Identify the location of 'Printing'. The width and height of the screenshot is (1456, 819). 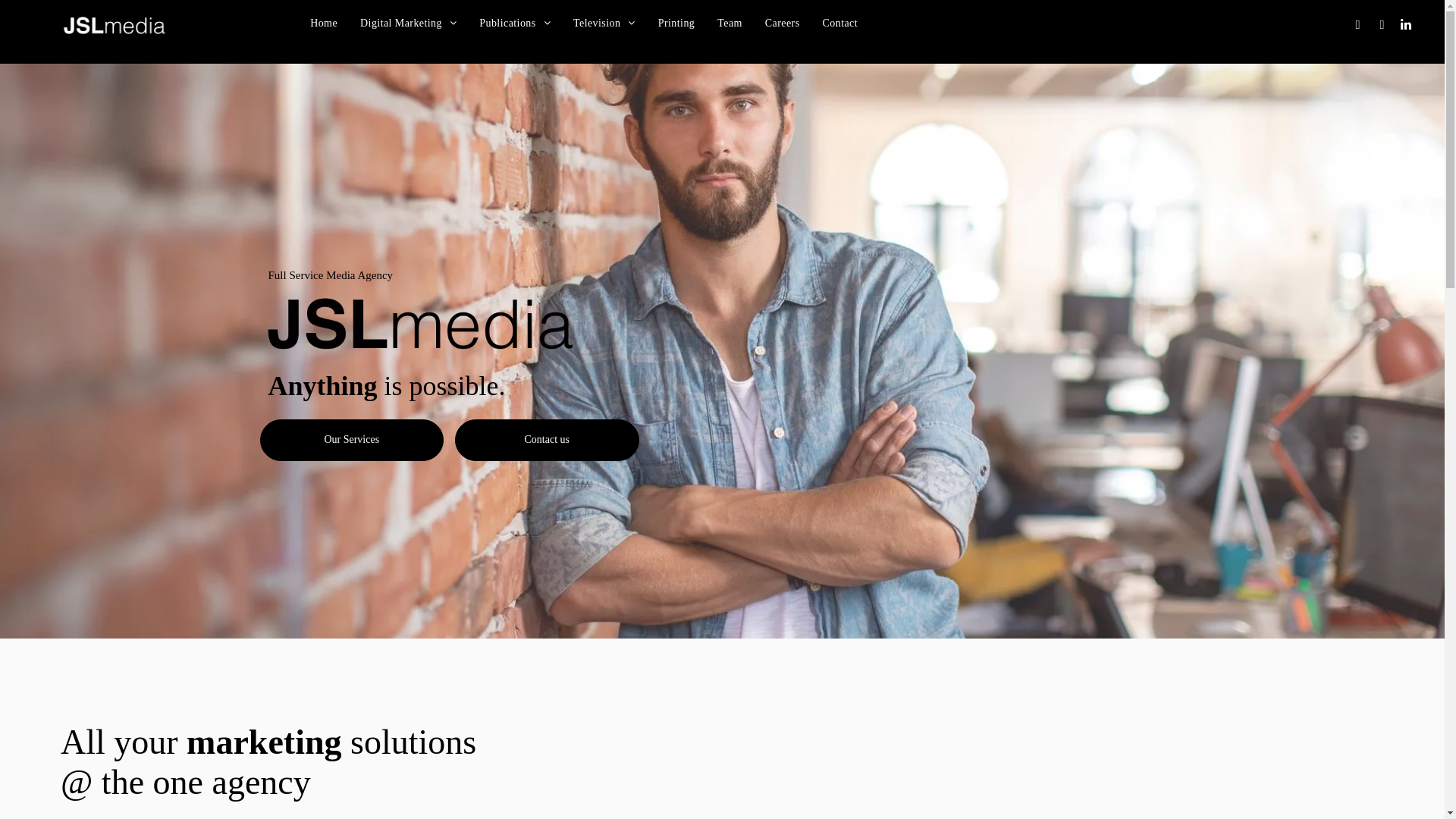
(676, 23).